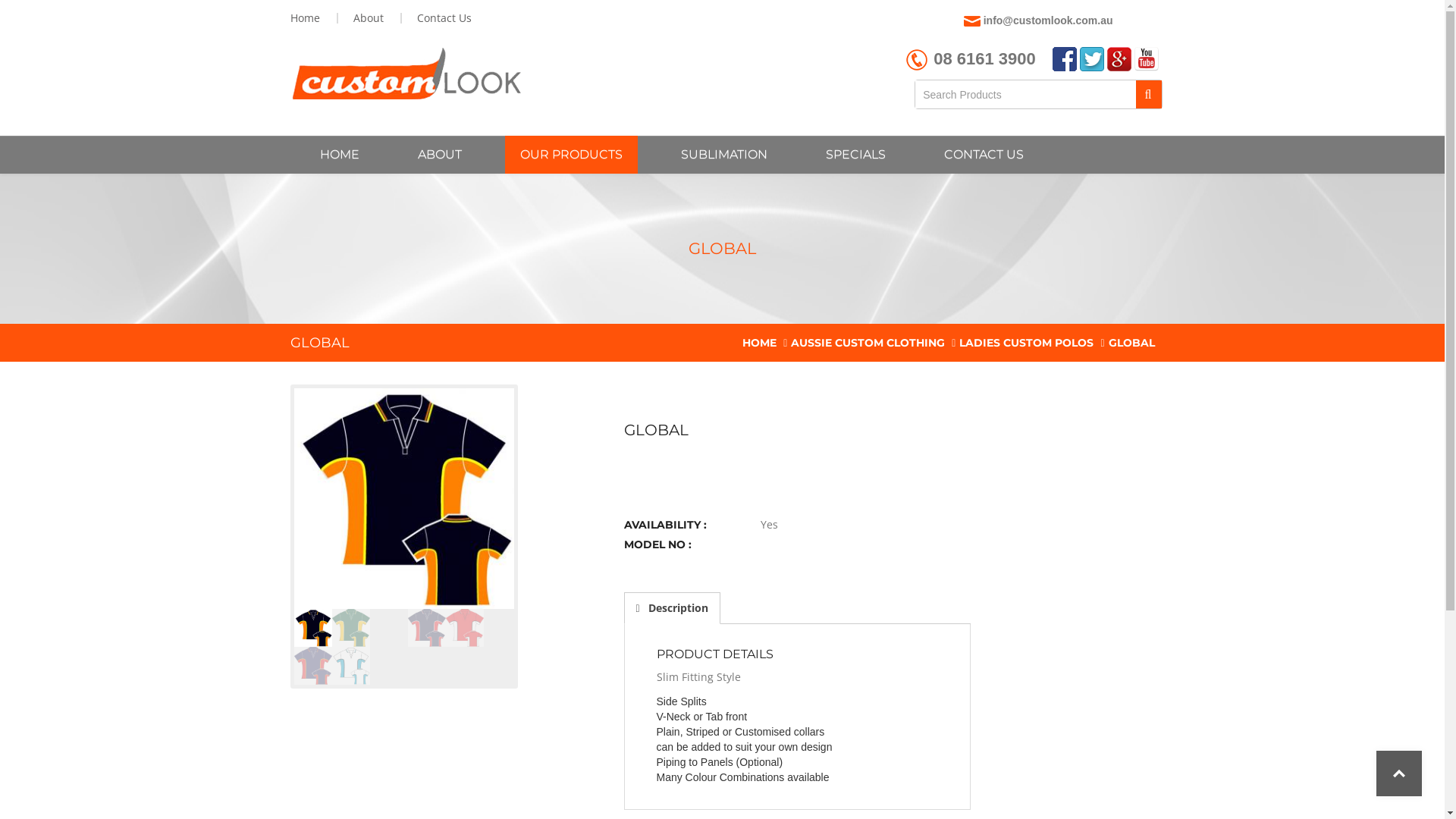  What do you see at coordinates (983, 155) in the screenshot?
I see `'CONTACT US'` at bounding box center [983, 155].